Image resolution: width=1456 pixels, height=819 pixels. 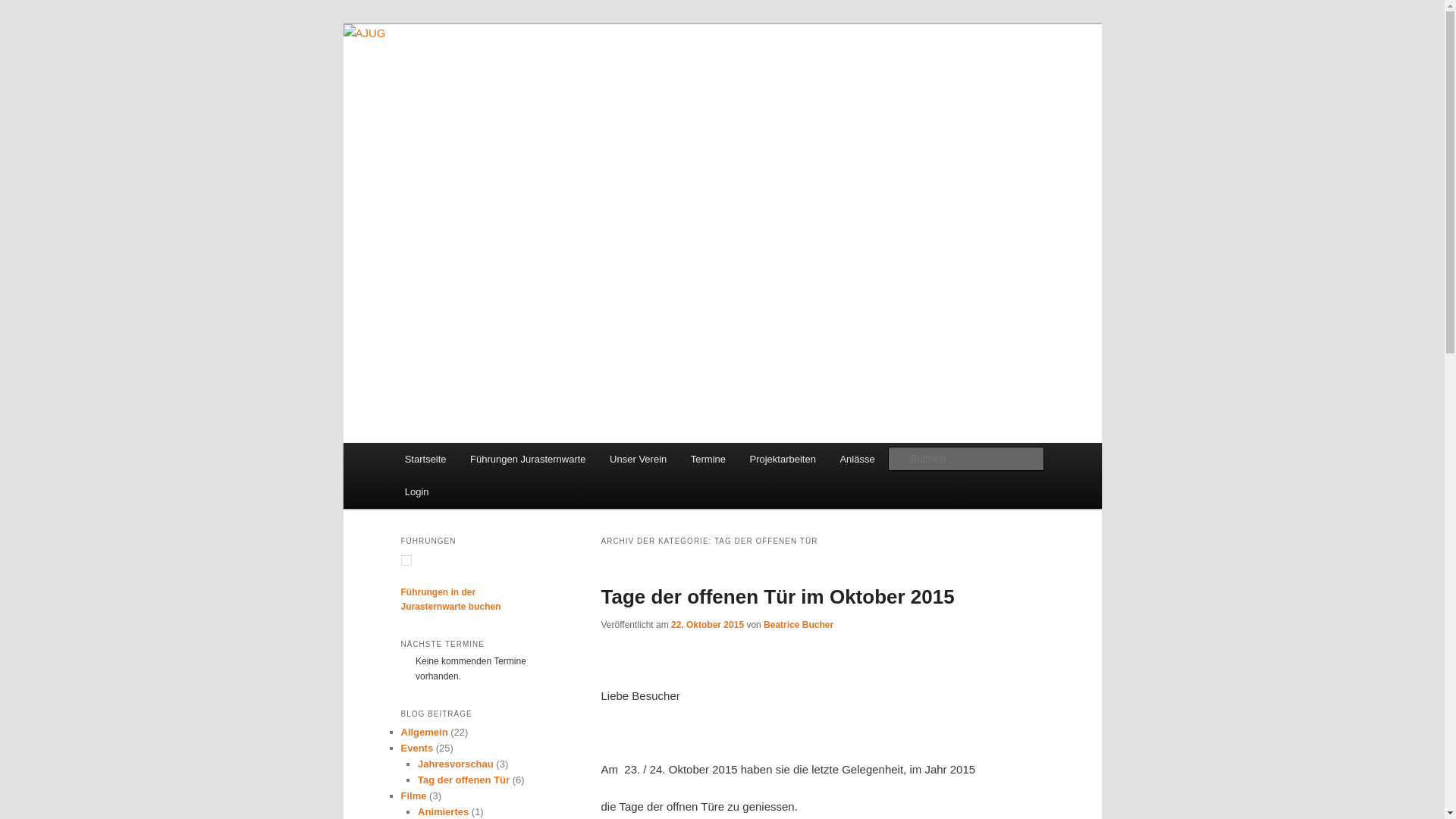 I want to click on 'Zum Inhalt wechseln', so click(x=22, y=23).